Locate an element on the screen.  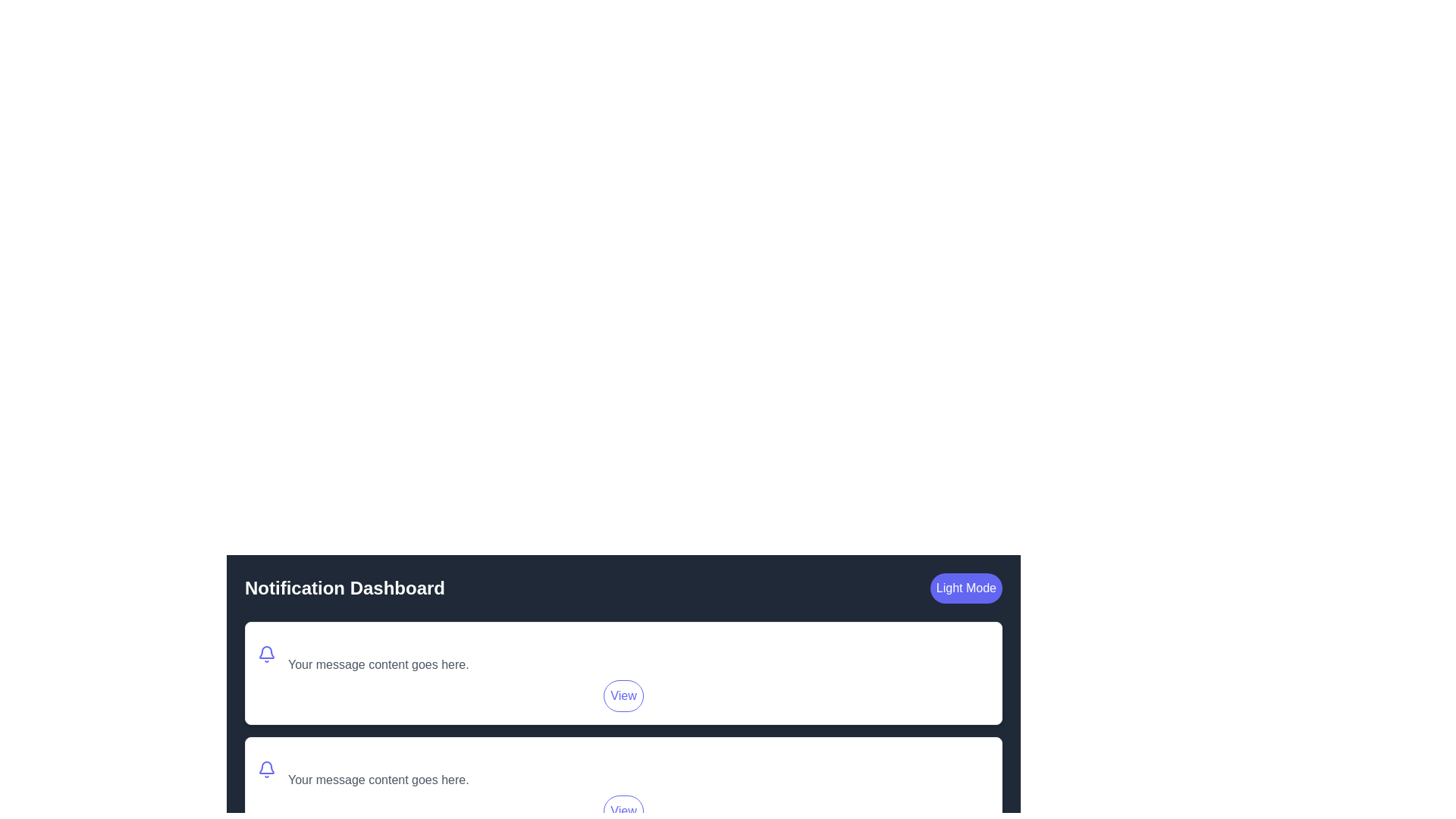
the 'Notification Dashboard' static text element, which is prominently displayed in bold white font against a dark background in the header section of the application is located at coordinates (344, 587).